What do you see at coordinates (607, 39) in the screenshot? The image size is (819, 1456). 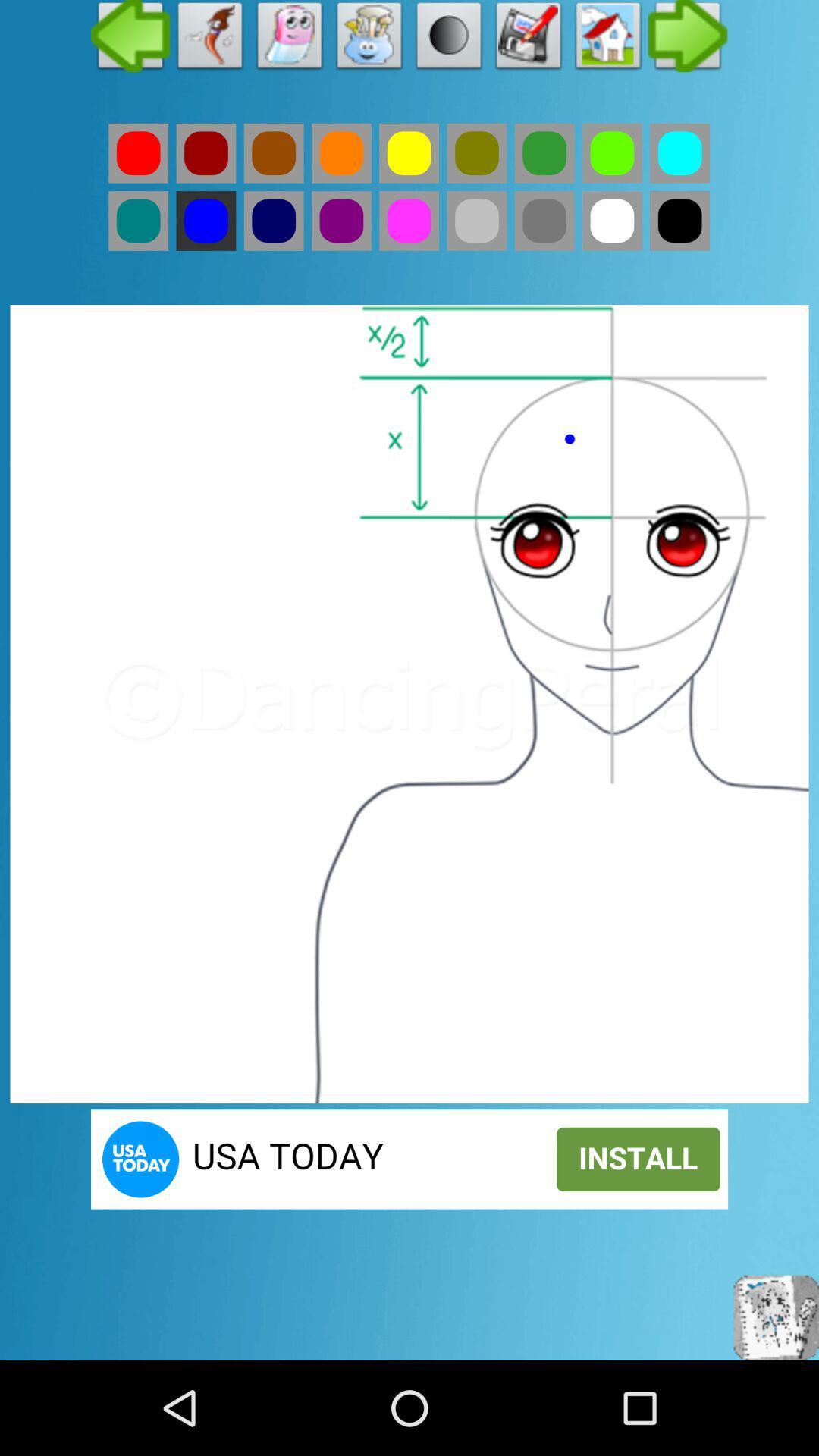 I see `element` at bounding box center [607, 39].